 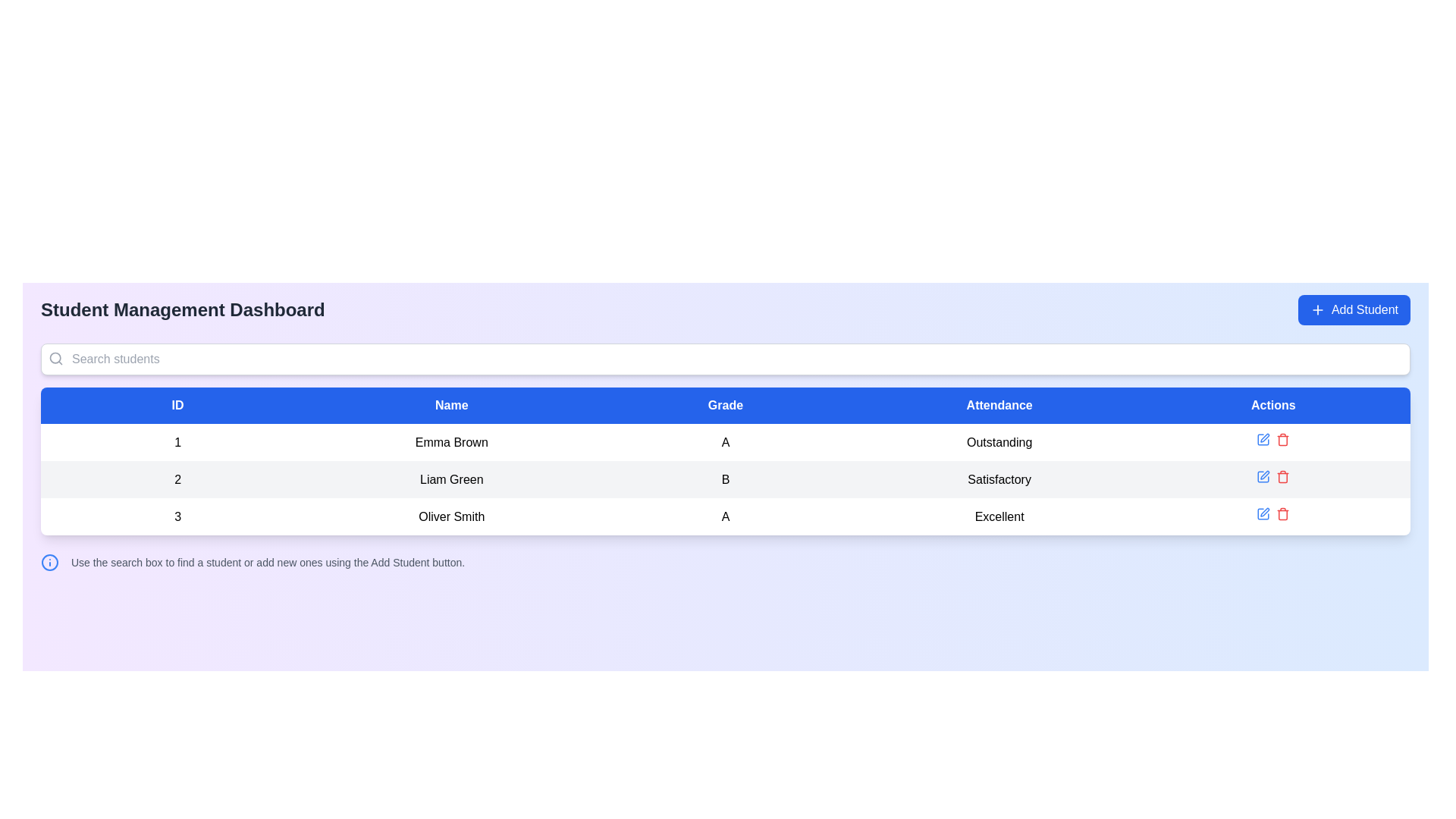 I want to click on the Text label displaying the name 'Liam Green' in the student management system, which is located in the second cell of the row labeled '2' under the 'Name' column, so click(x=450, y=479).